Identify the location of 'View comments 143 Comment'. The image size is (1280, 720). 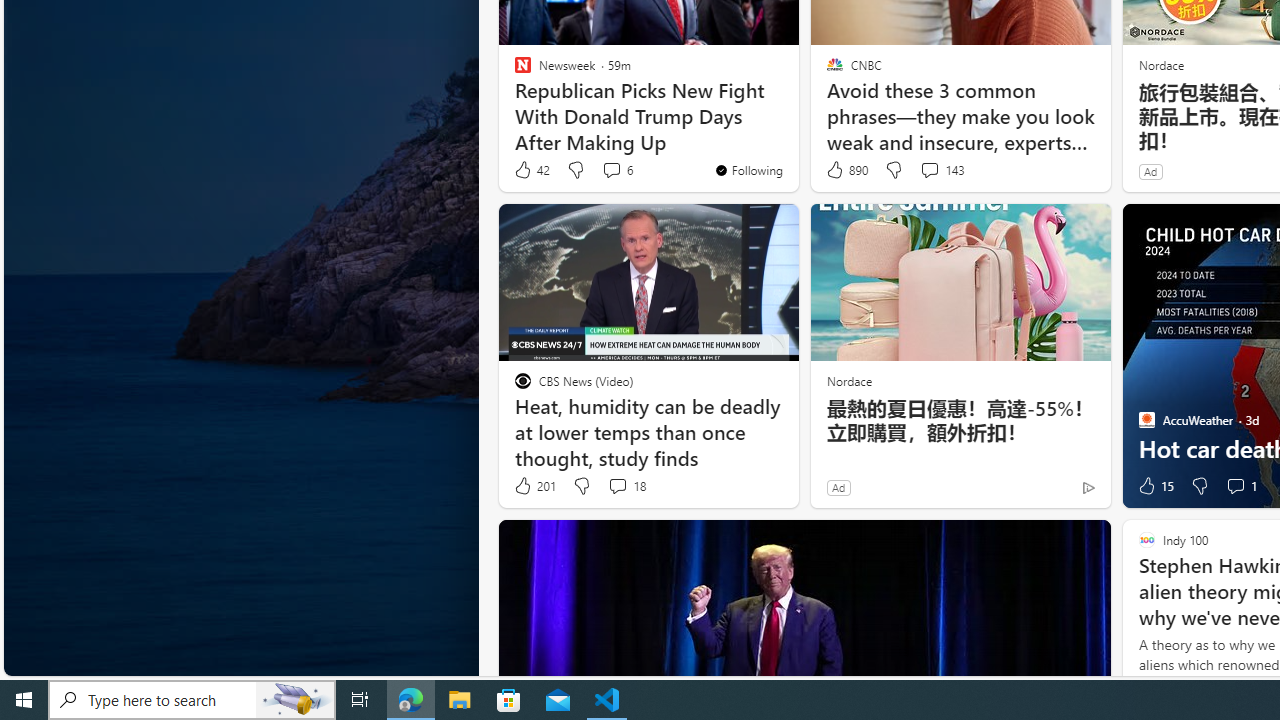
(941, 169).